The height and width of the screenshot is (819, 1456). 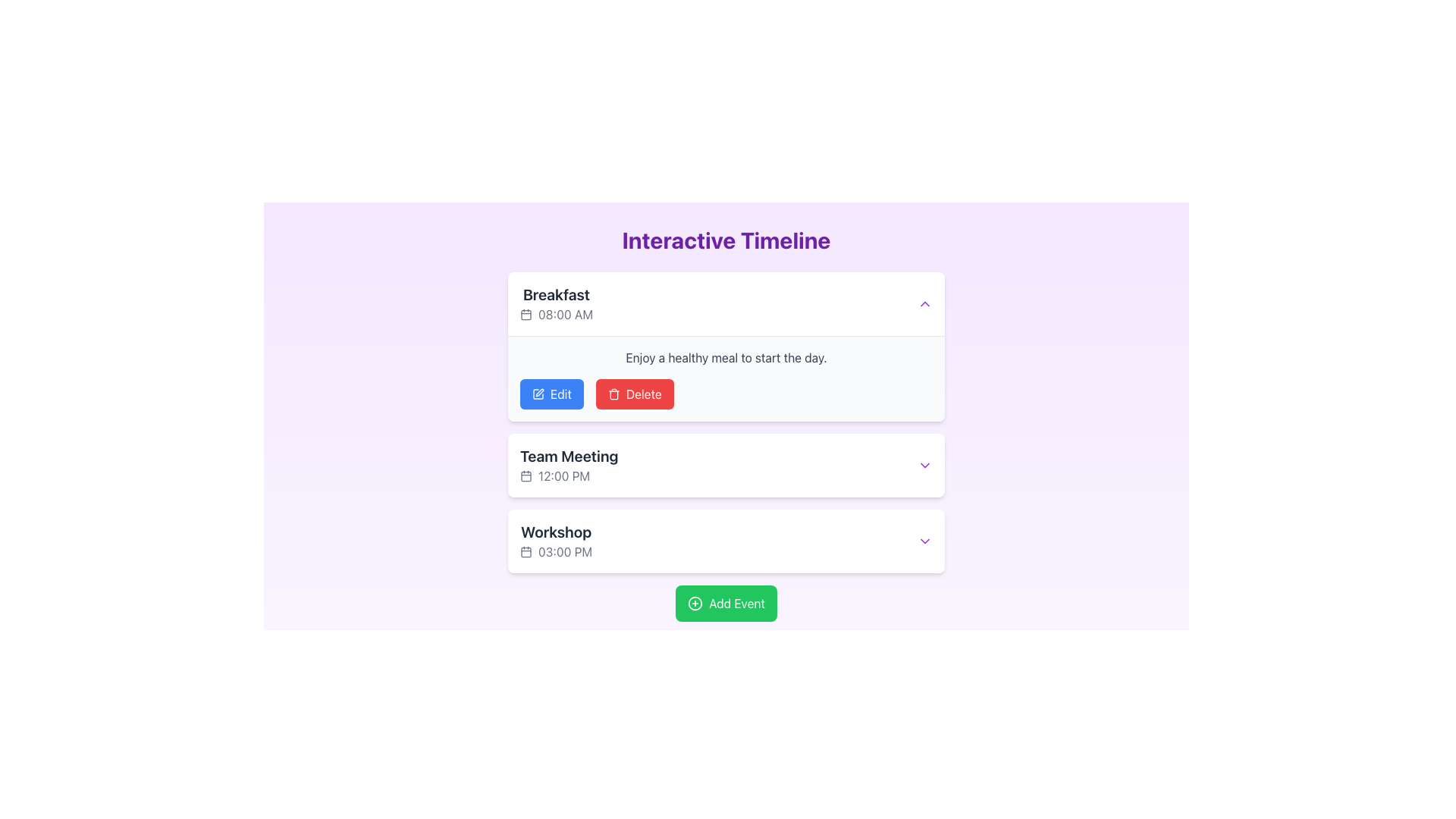 What do you see at coordinates (568, 464) in the screenshot?
I see `the 'Team Meeting' event summary entry which includes the title in bold and a calendar icon` at bounding box center [568, 464].